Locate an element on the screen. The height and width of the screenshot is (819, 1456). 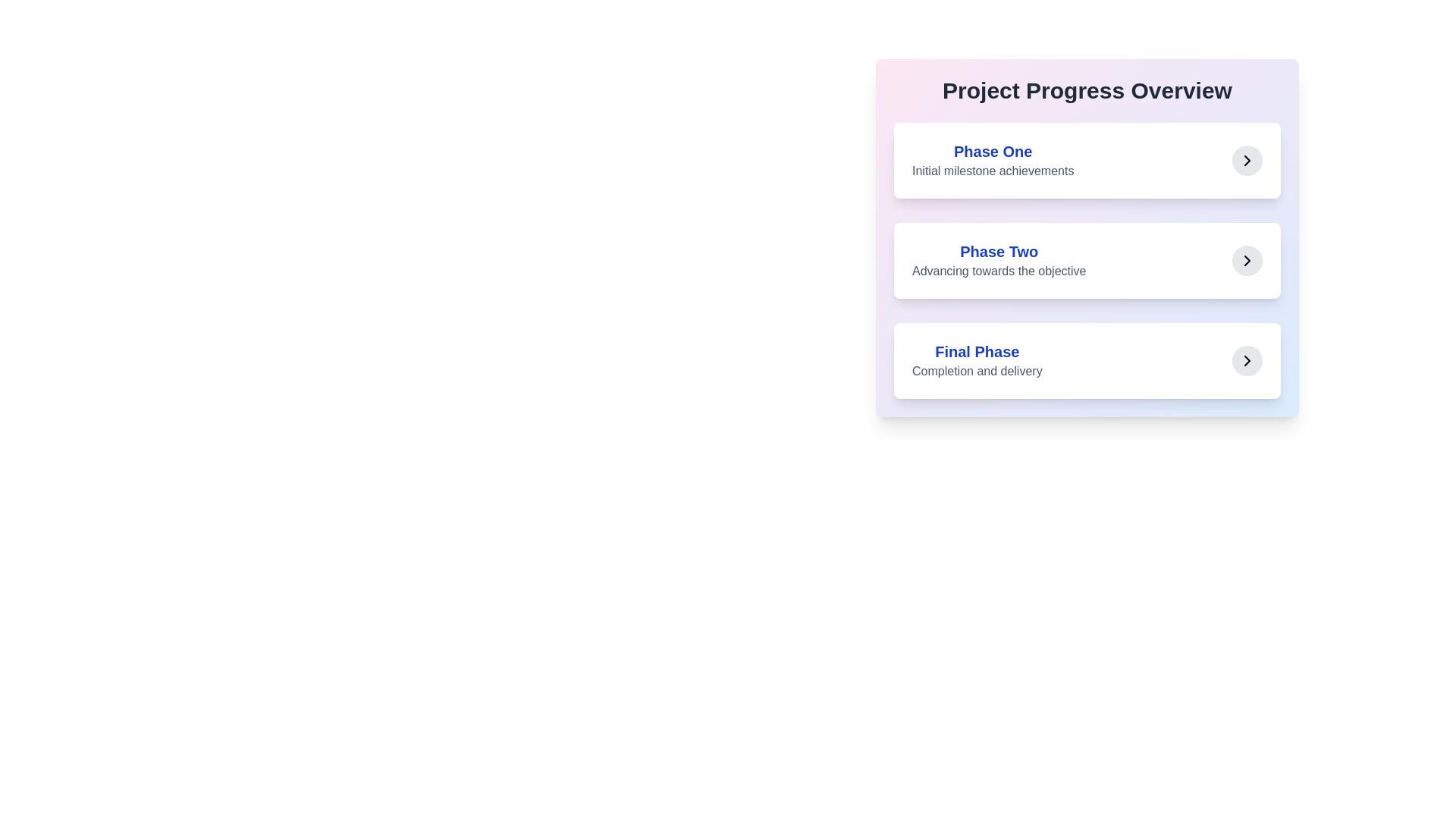
the 'Phase Two' clickable panel in the Project Progress Overview is located at coordinates (1087, 259).